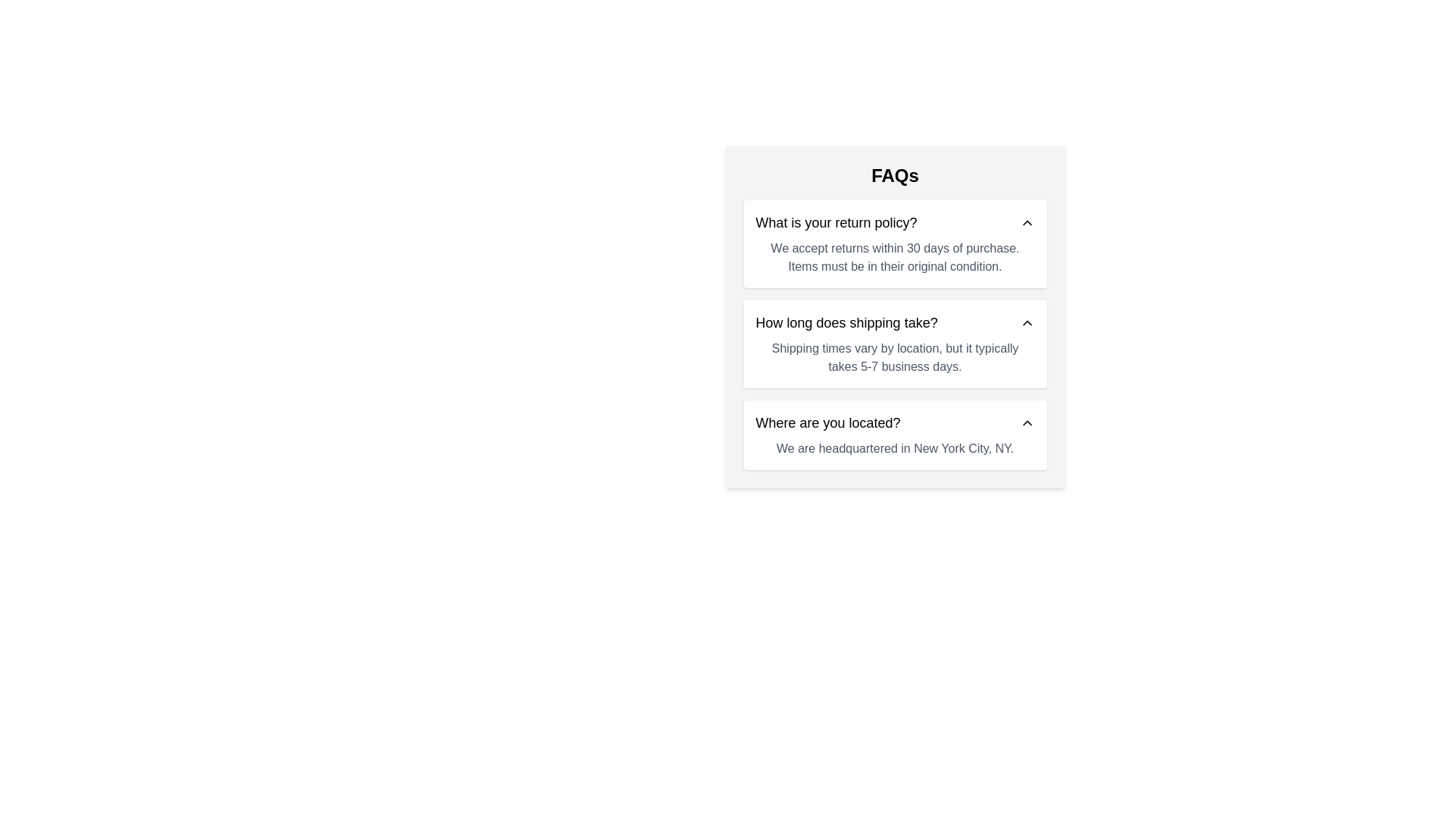 This screenshot has width=1456, height=819. What do you see at coordinates (895, 322) in the screenshot?
I see `the FAQ question 'How long does shipping take?'` at bounding box center [895, 322].